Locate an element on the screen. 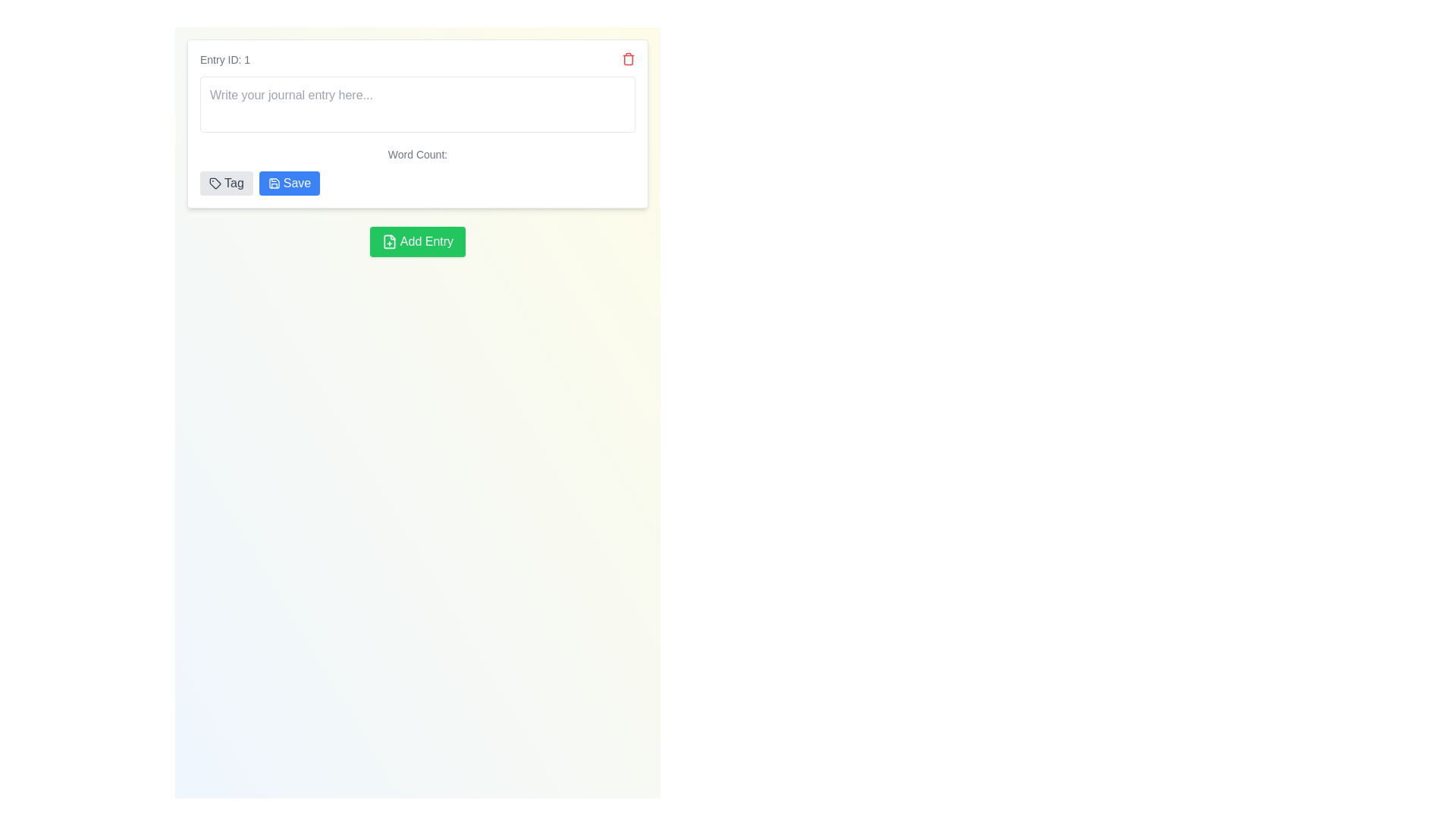  the save icon button is located at coordinates (274, 183).